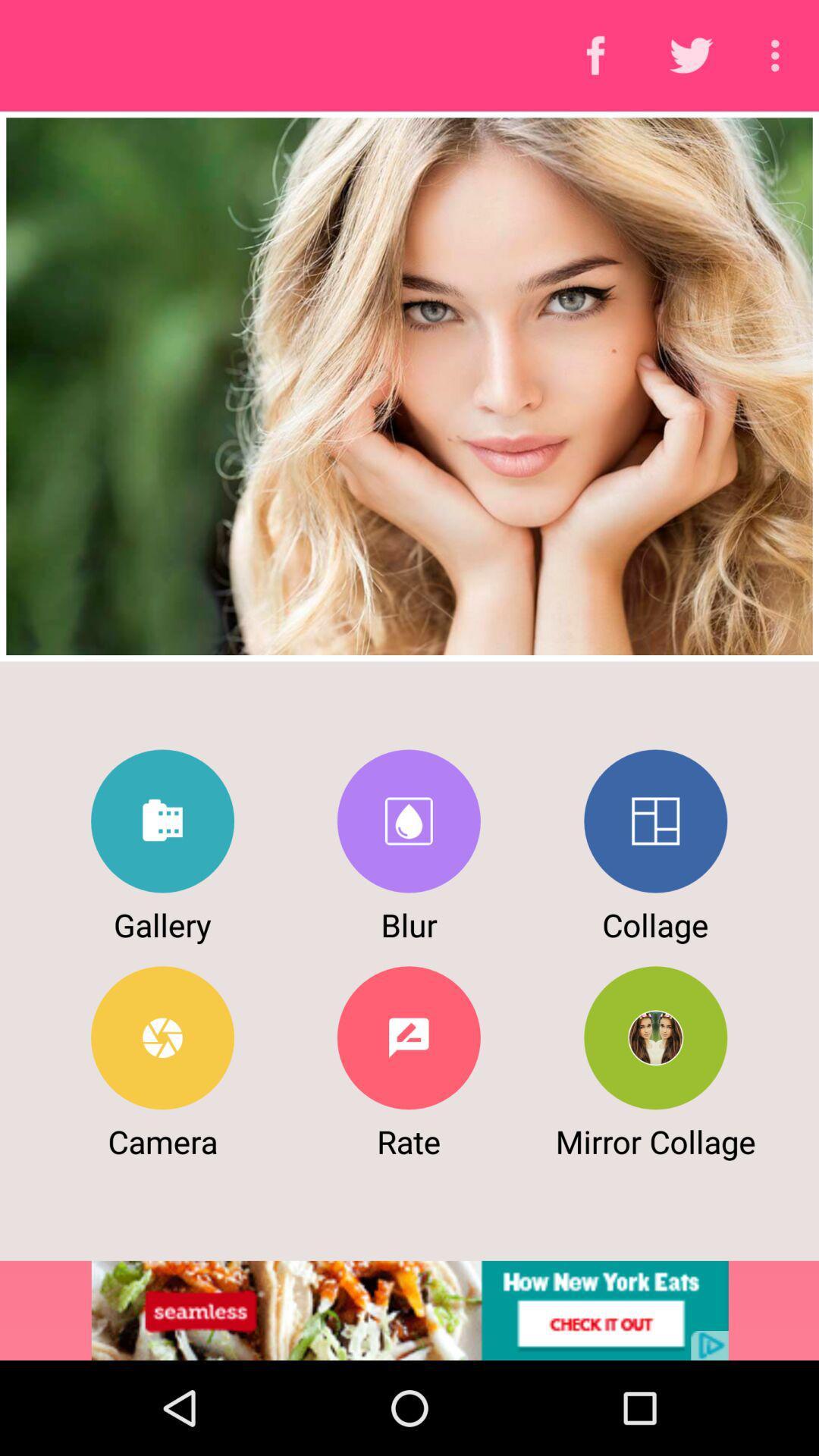  What do you see at coordinates (162, 821) in the screenshot?
I see `to go gallery` at bounding box center [162, 821].